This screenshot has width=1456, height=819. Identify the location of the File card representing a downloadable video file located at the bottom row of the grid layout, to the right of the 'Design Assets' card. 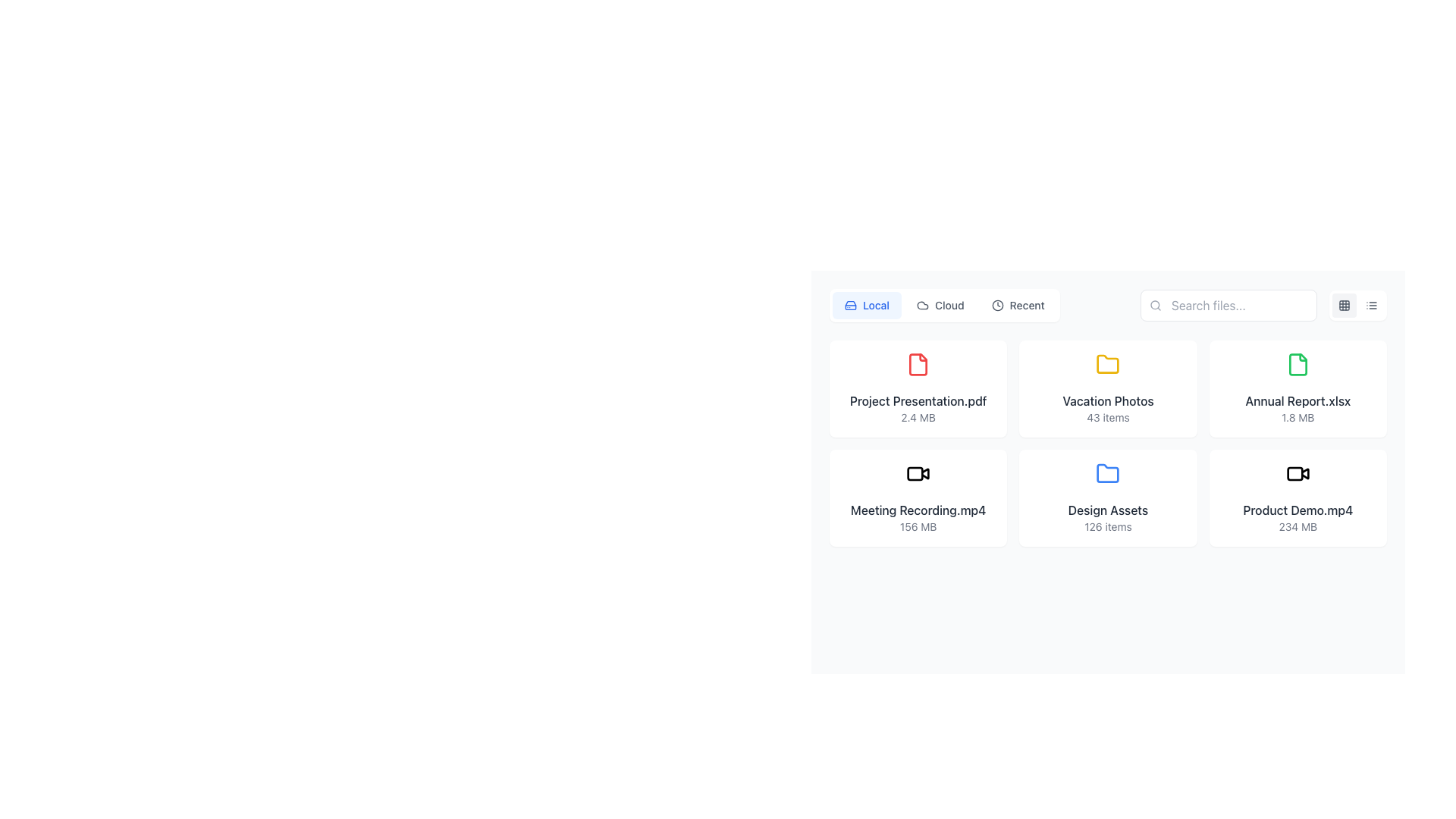
(1297, 497).